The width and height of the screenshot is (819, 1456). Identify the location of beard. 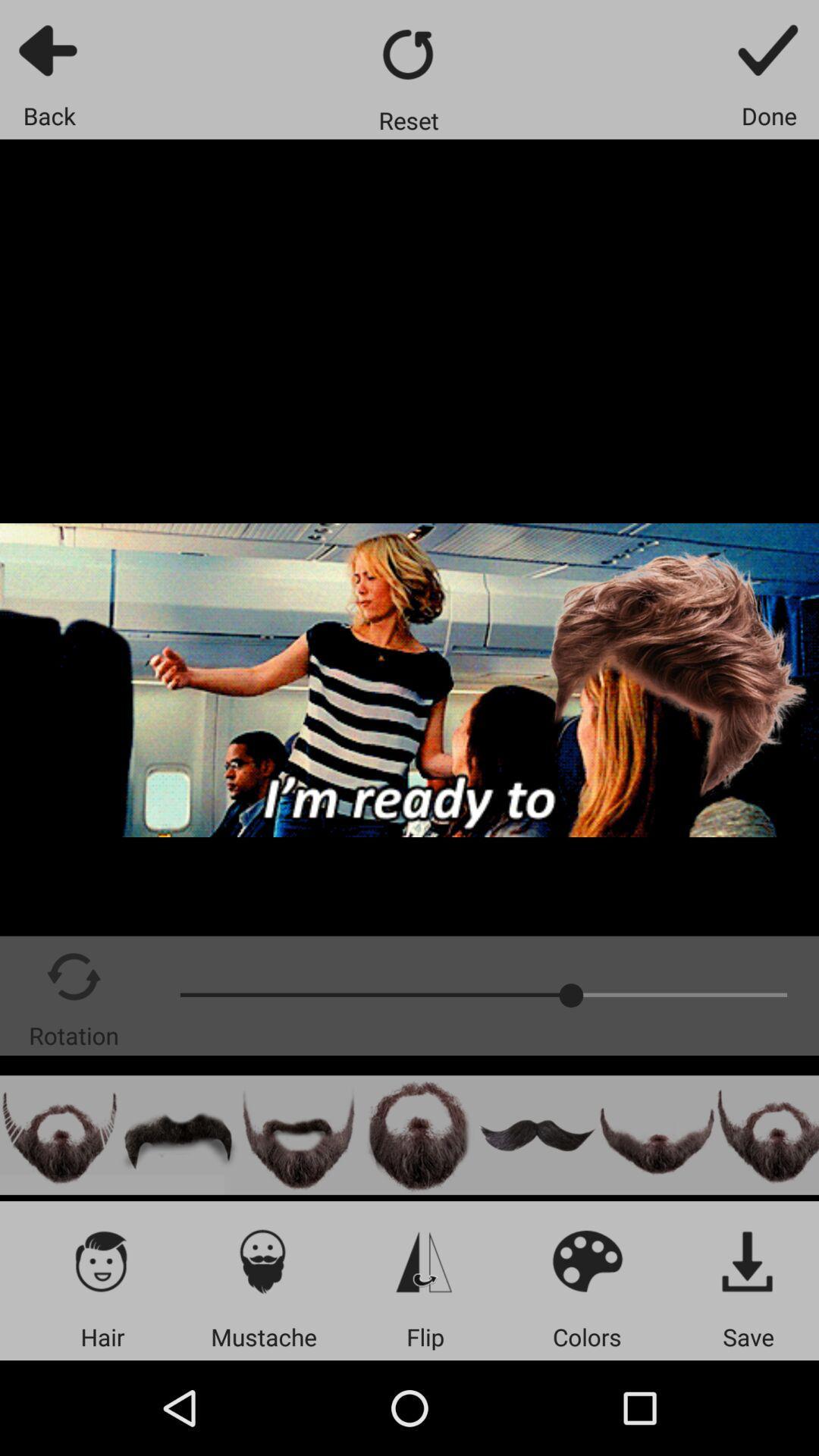
(767, 1135).